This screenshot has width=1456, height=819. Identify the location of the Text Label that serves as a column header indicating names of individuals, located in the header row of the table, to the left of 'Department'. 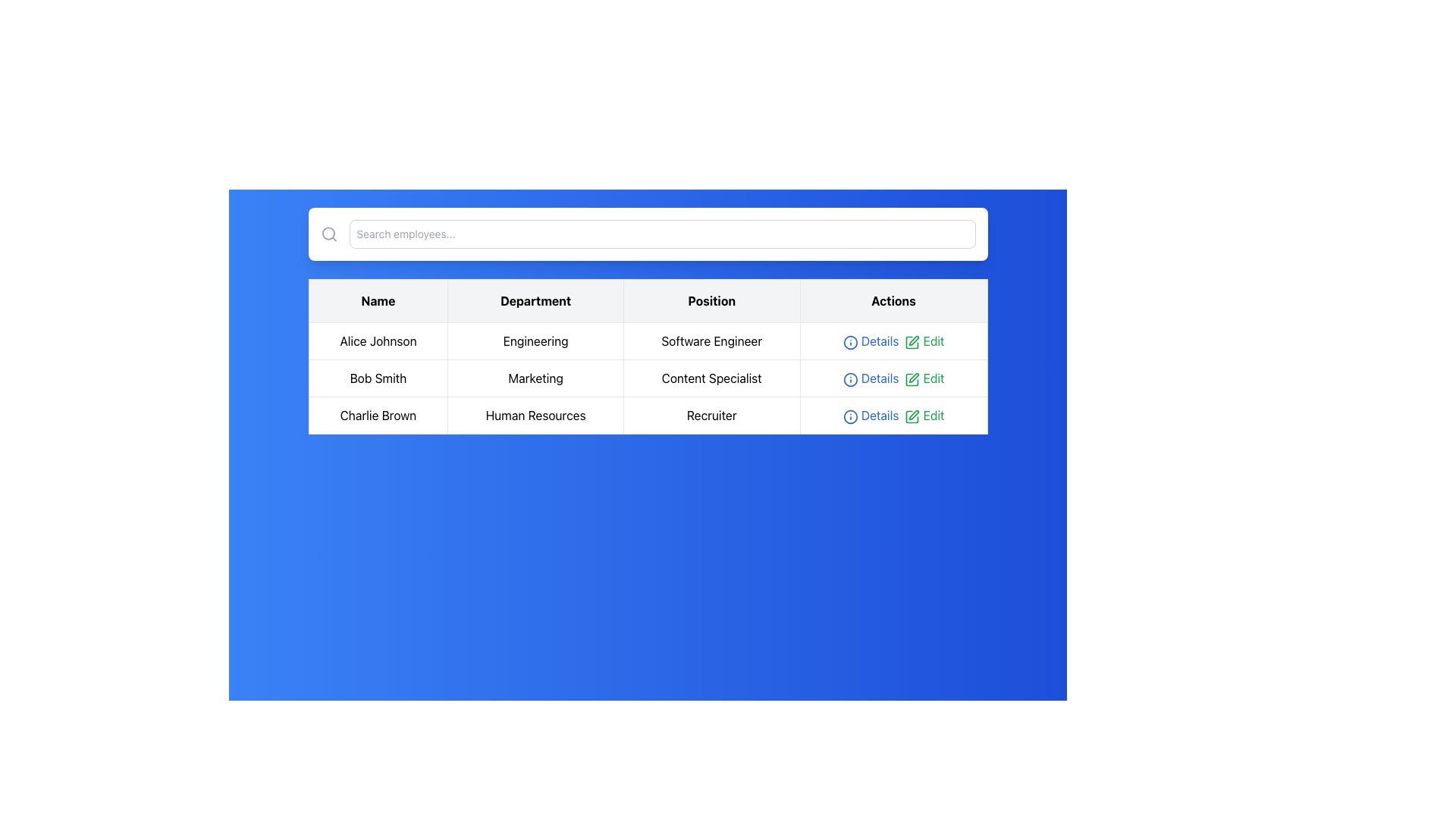
(378, 301).